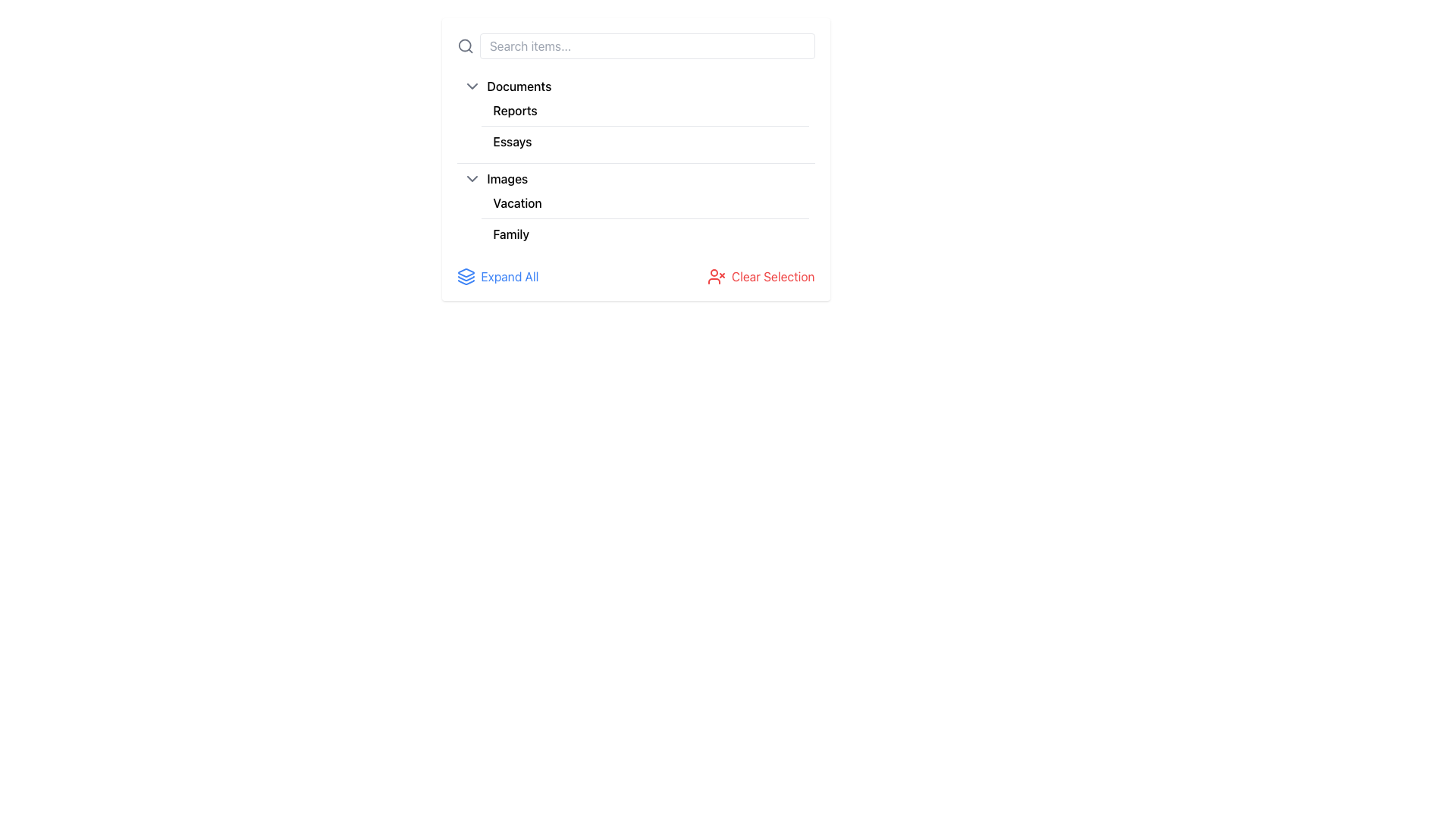 Image resolution: width=1456 pixels, height=819 pixels. What do you see at coordinates (497, 277) in the screenshot?
I see `the 'Expand All' button, which is a blue text label with a stack of layers icon, located at the bottom-left of the folder panel` at bounding box center [497, 277].